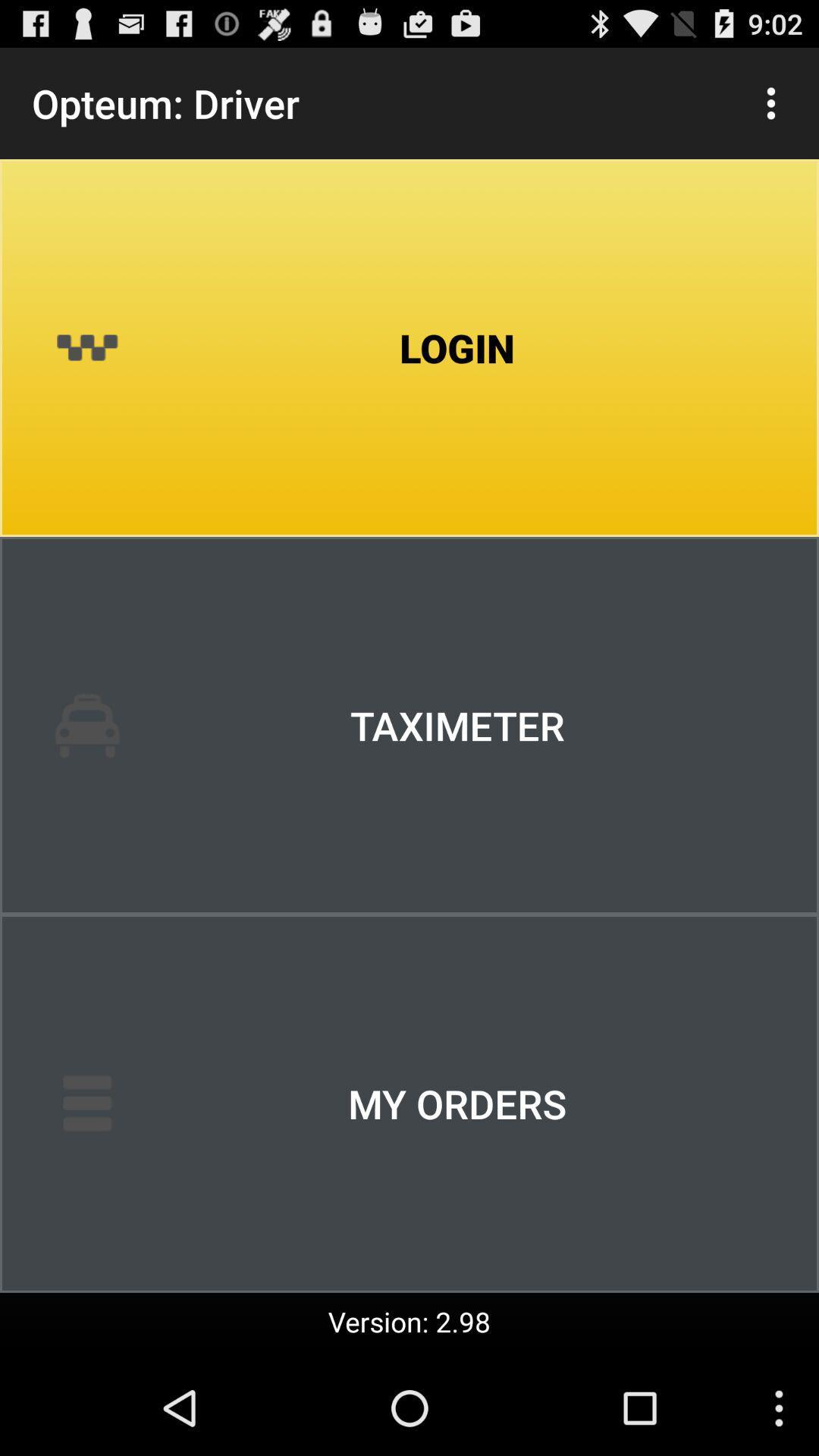 The width and height of the screenshot is (819, 1456). Describe the element at coordinates (409, 1103) in the screenshot. I see `item above the version: 2.98` at that location.